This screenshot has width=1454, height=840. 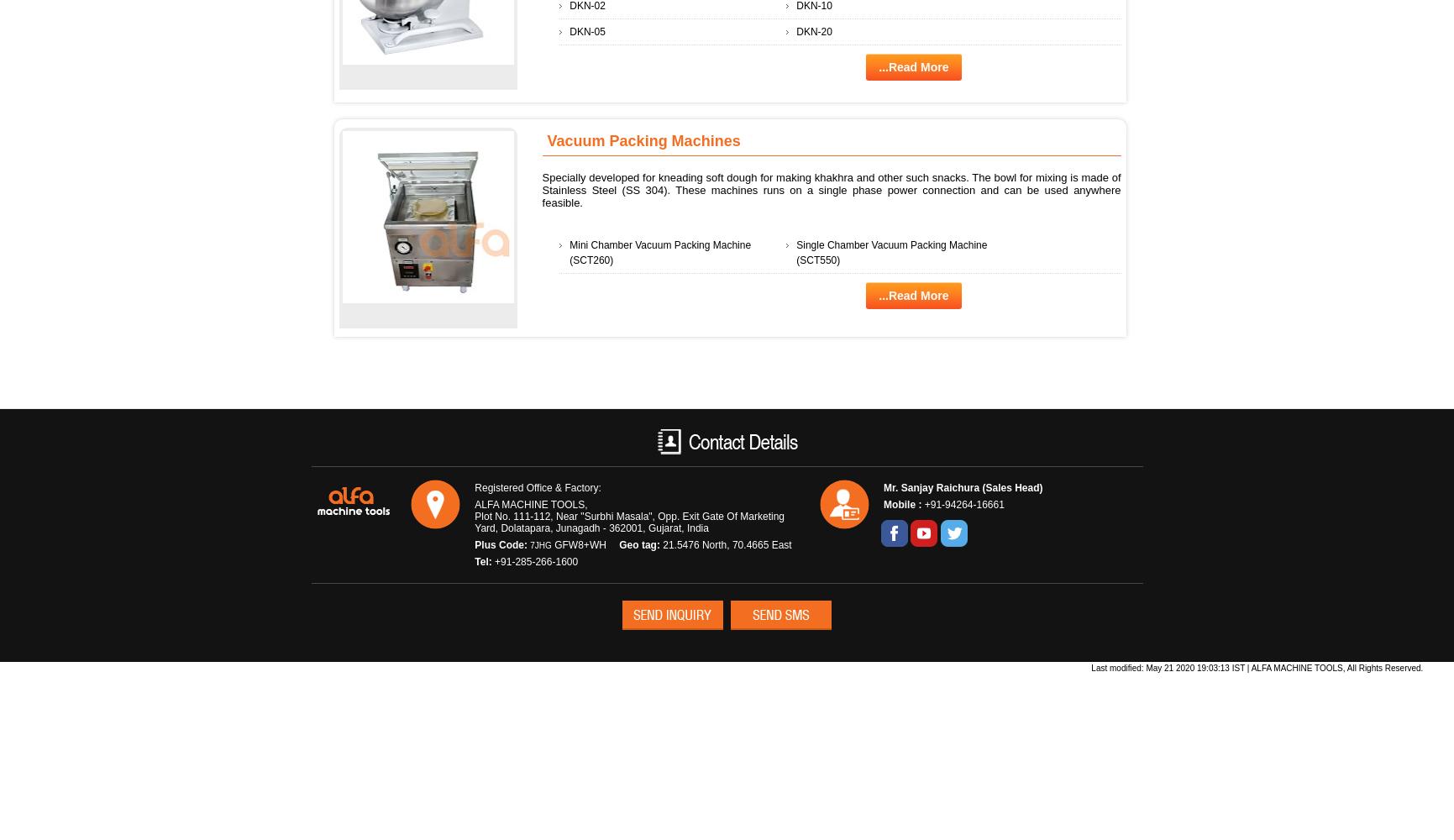 I want to click on 'Geo tag:', so click(x=638, y=544).